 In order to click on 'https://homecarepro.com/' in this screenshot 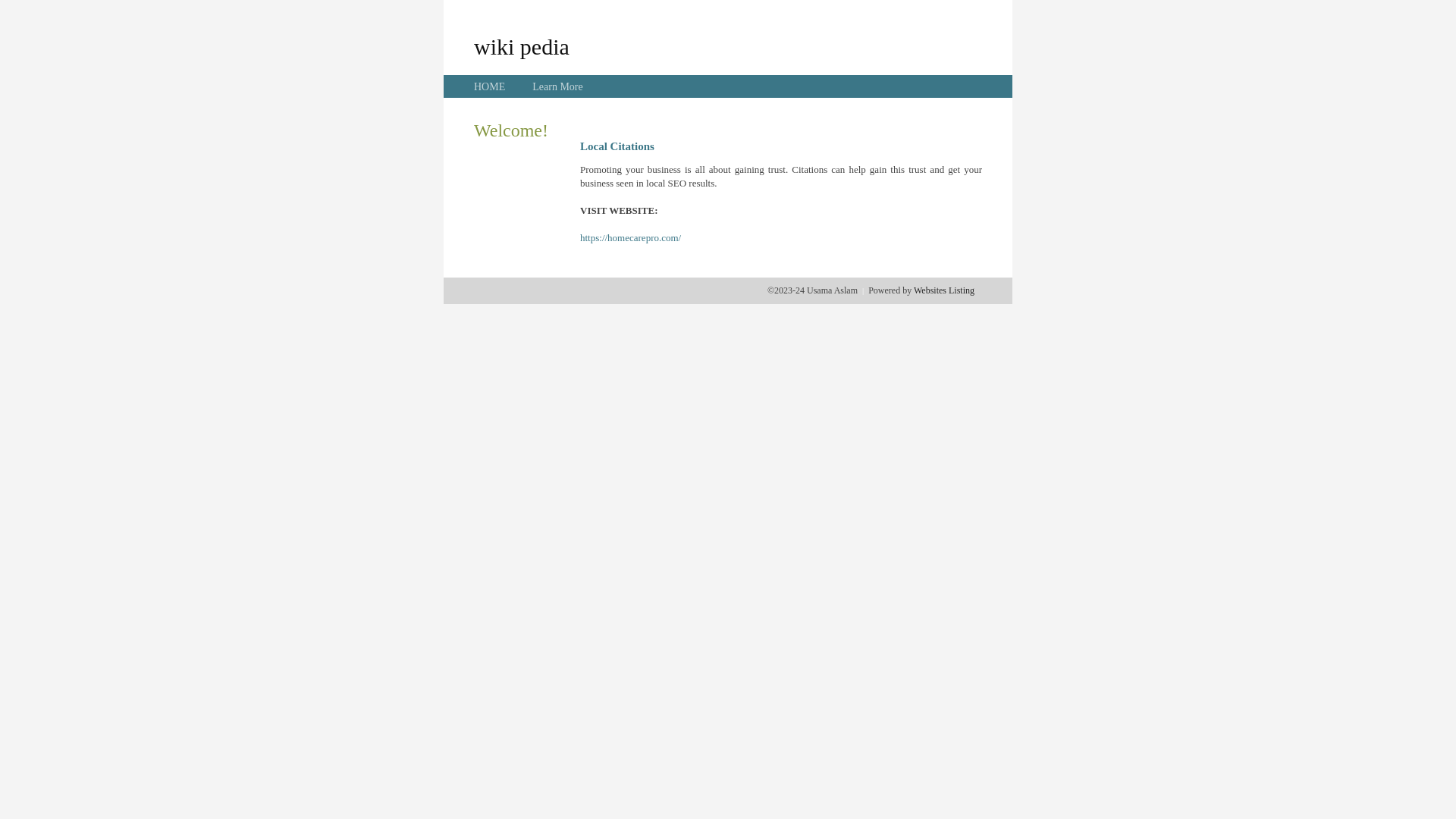, I will do `click(579, 237)`.